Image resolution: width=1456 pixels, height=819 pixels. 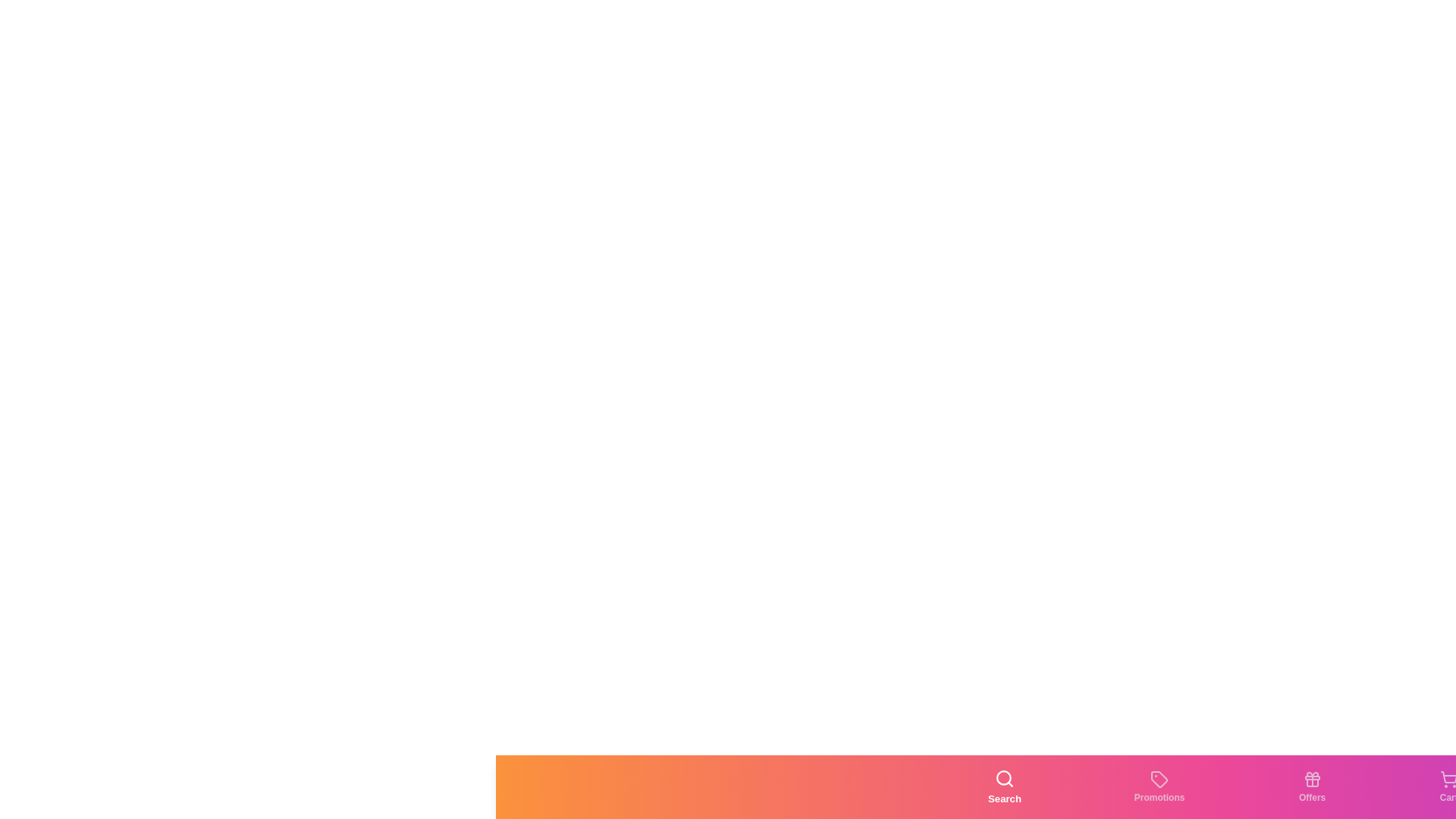 I want to click on the tab labeled Promotions to observe the hover effect, so click(x=1159, y=786).